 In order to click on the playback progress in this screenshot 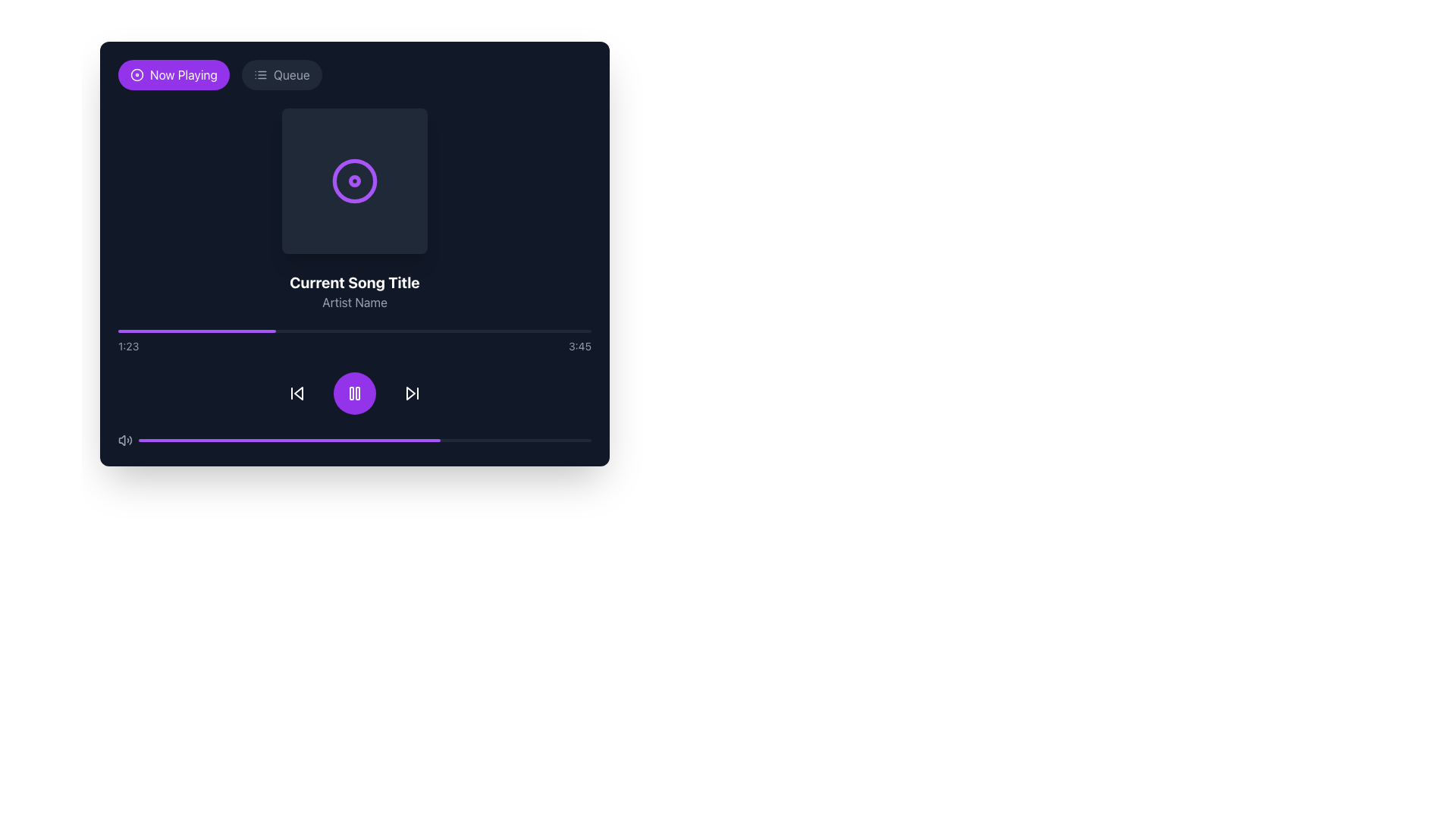, I will do `click(236, 330)`.